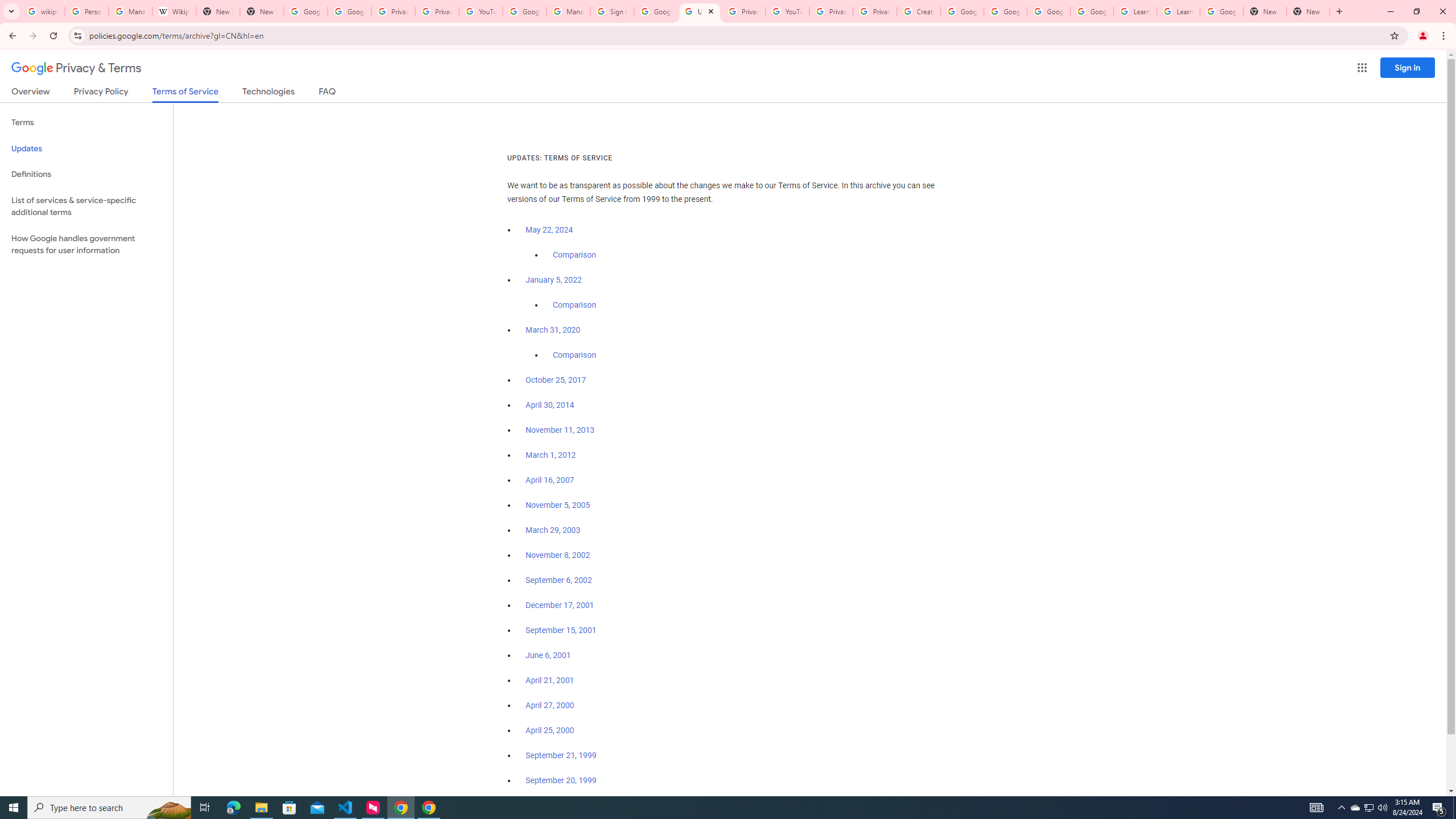  What do you see at coordinates (561, 630) in the screenshot?
I see `'September 15, 2001'` at bounding box center [561, 630].